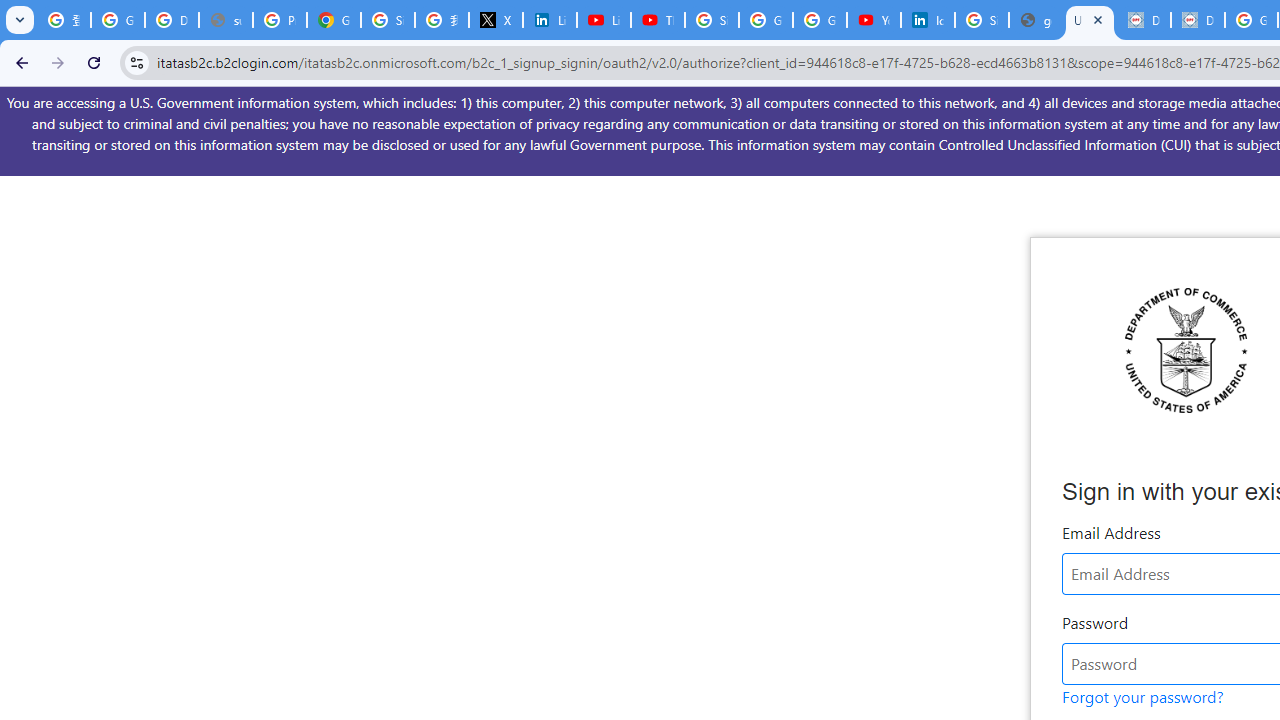 The width and height of the screenshot is (1280, 720). I want to click on 'X', so click(496, 20).